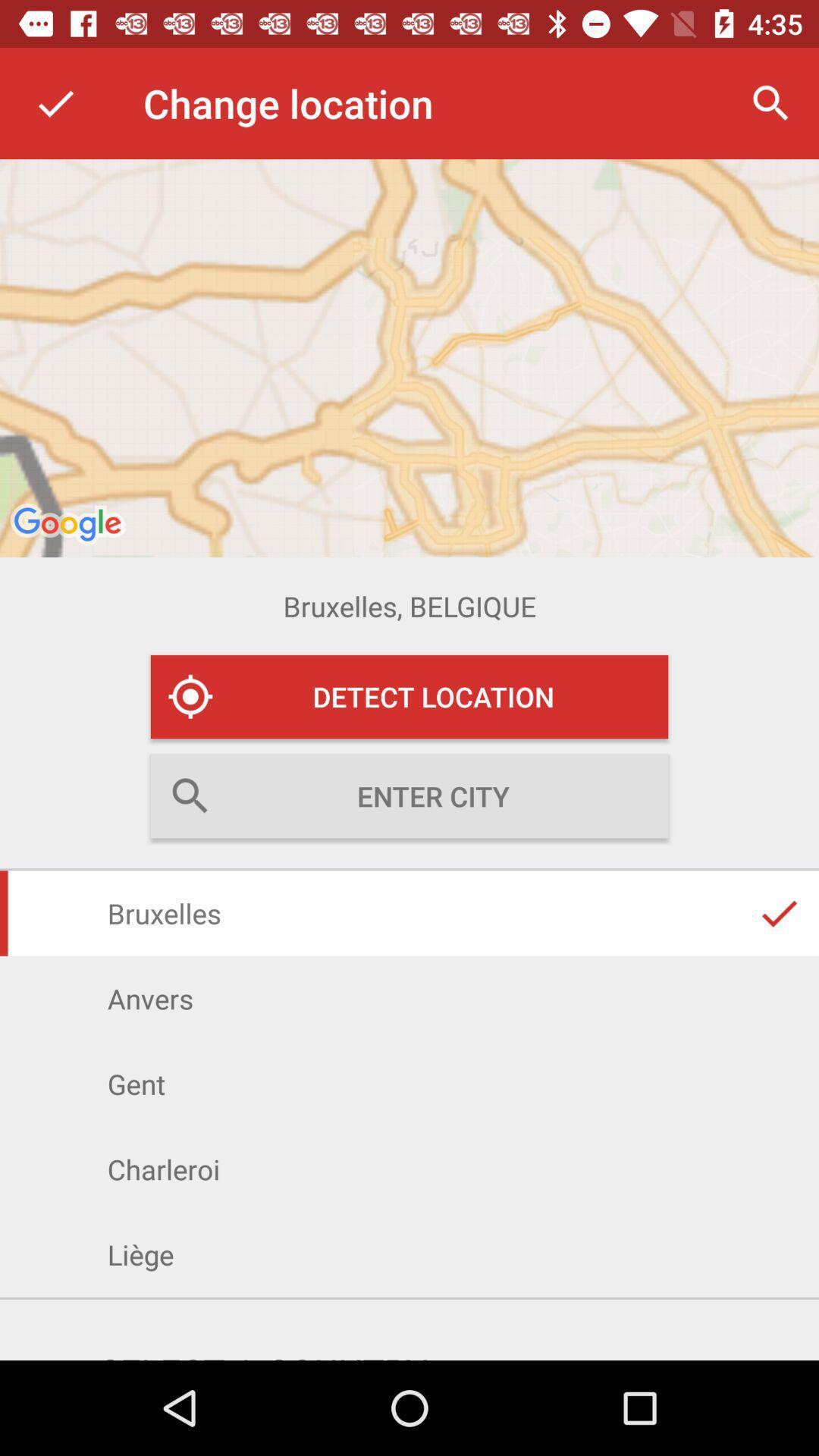 The height and width of the screenshot is (1456, 819). What do you see at coordinates (409, 695) in the screenshot?
I see `the red colored button at middle of the page` at bounding box center [409, 695].